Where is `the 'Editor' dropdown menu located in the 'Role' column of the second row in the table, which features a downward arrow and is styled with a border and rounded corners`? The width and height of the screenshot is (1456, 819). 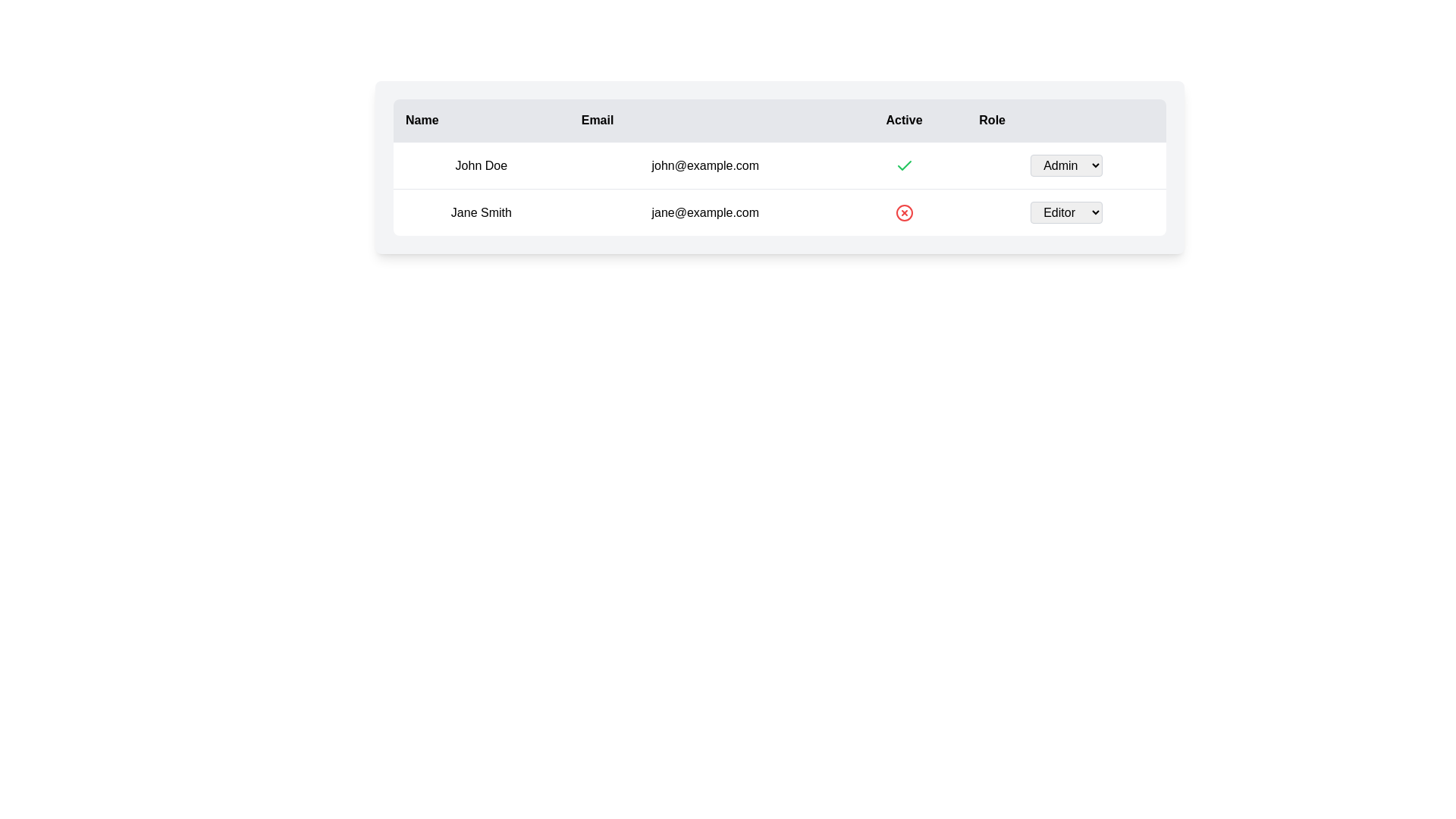 the 'Editor' dropdown menu located in the 'Role' column of the second row in the table, which features a downward arrow and is styled with a border and rounded corners is located at coordinates (1065, 212).